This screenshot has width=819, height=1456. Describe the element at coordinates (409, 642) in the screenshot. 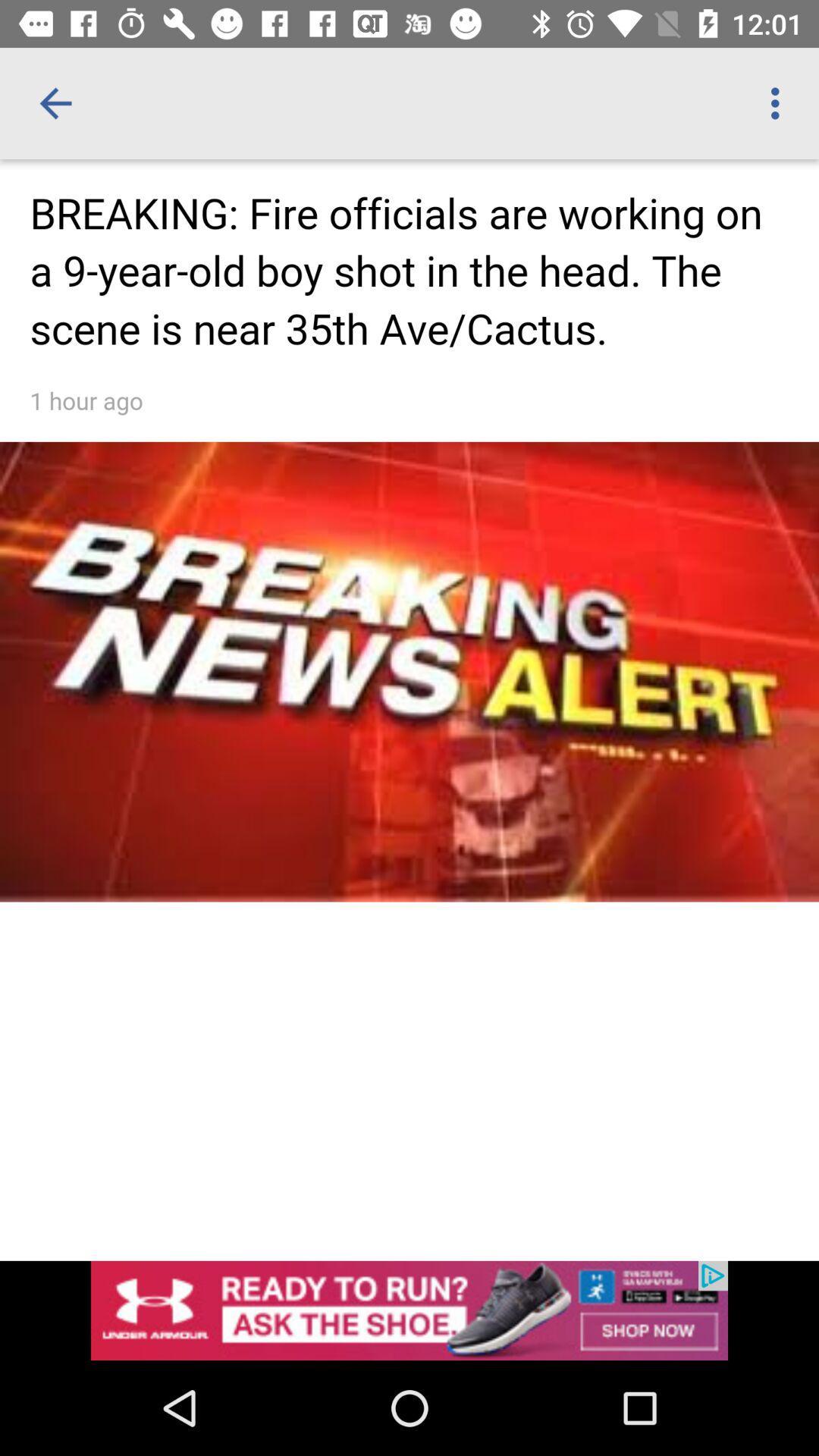

I see `open article` at that location.